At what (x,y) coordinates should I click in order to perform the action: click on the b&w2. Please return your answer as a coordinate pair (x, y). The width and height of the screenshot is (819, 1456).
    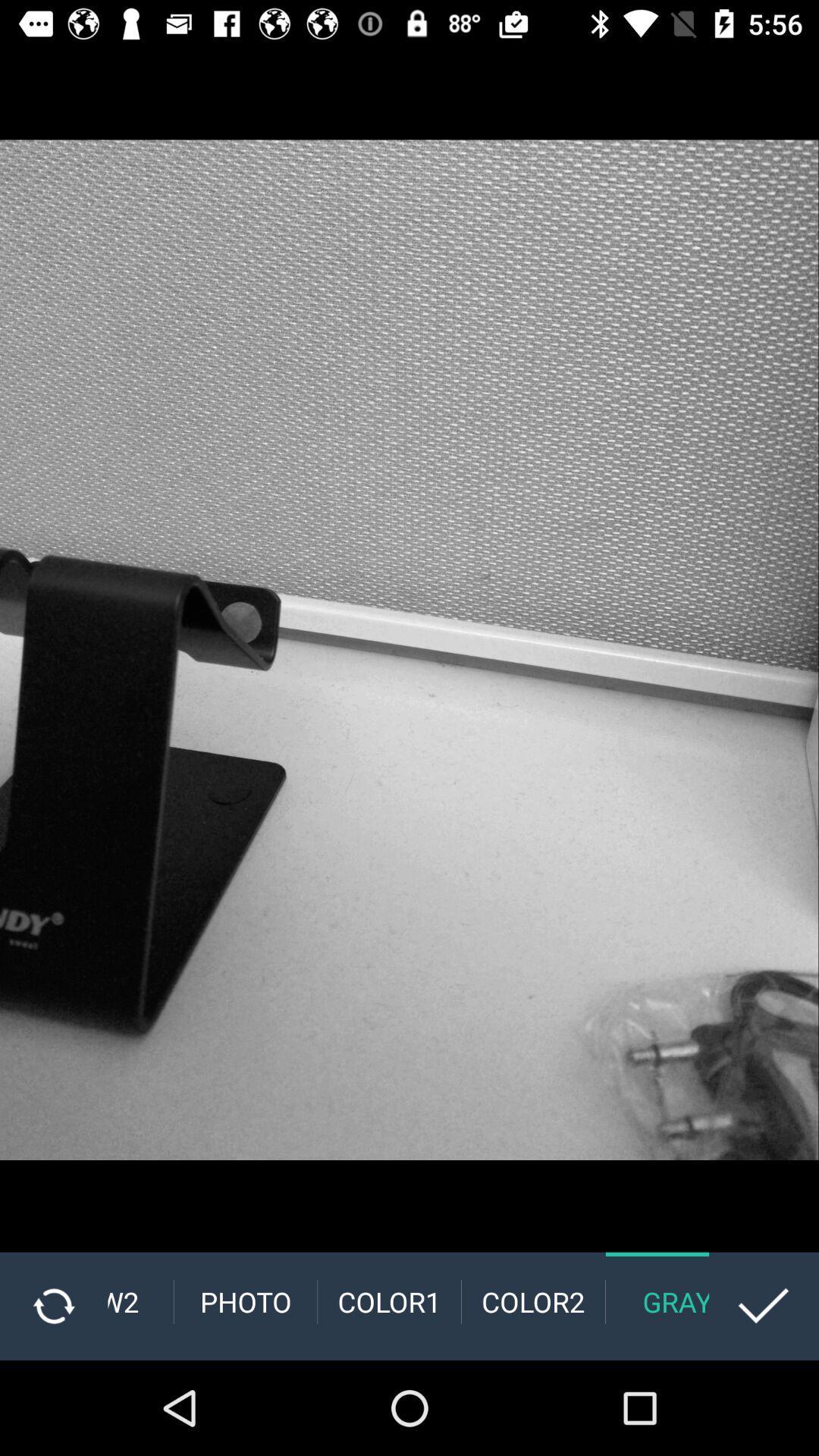
    Looking at the image, I should click on (140, 1301).